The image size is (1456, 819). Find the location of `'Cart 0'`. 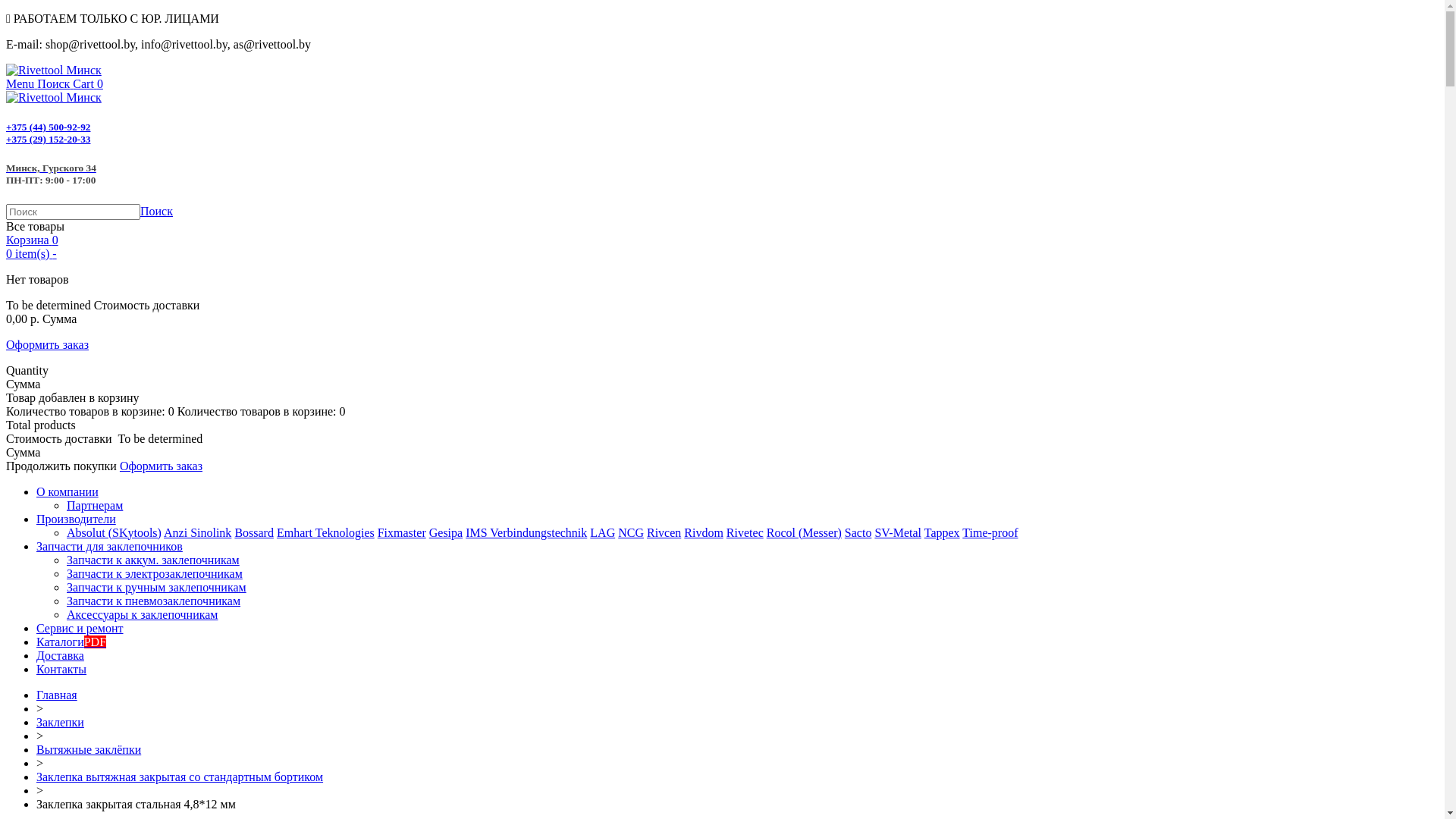

'Cart 0' is located at coordinates (86, 83).